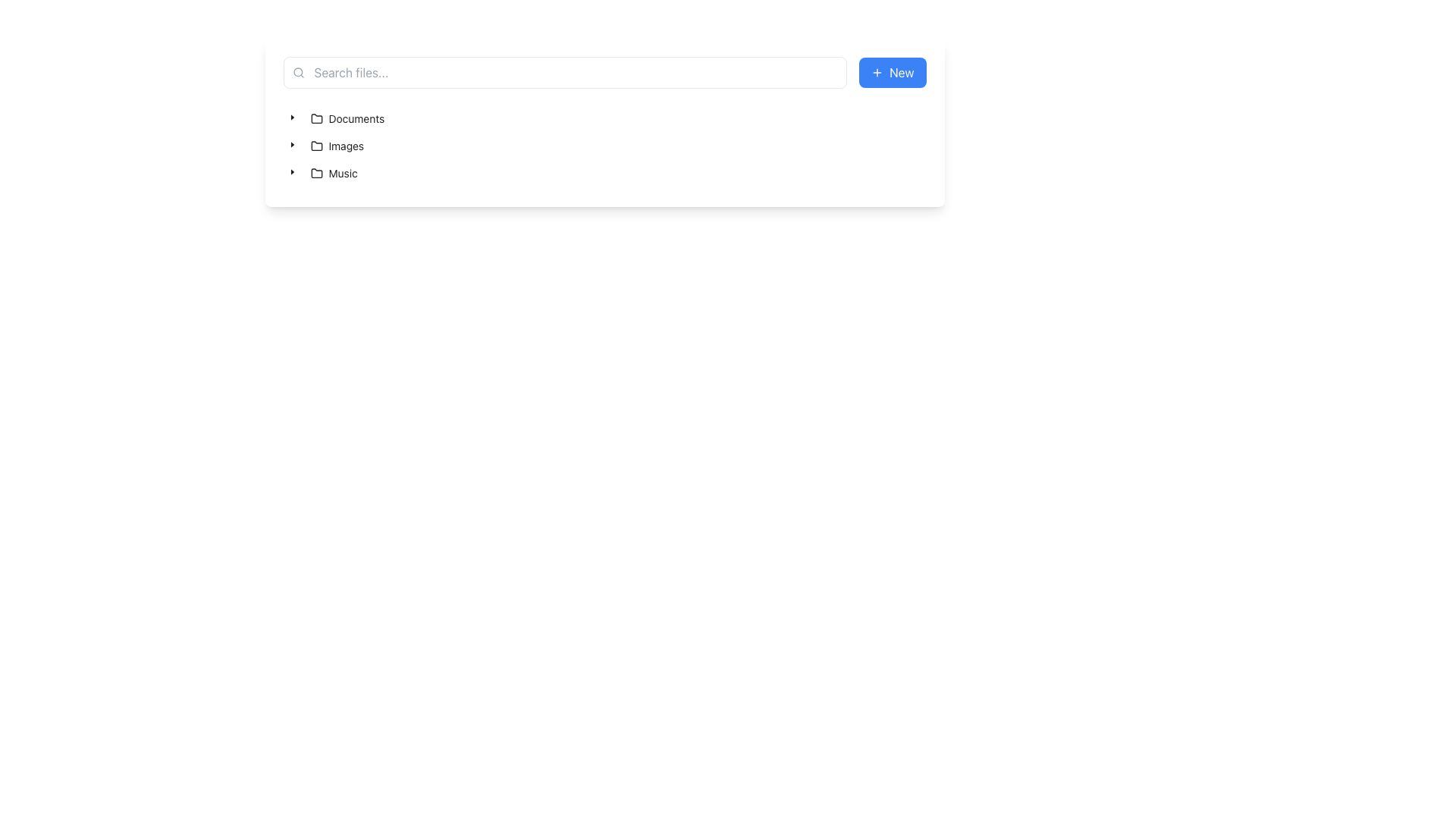  I want to click on the 'Images' folder label, so click(336, 146).